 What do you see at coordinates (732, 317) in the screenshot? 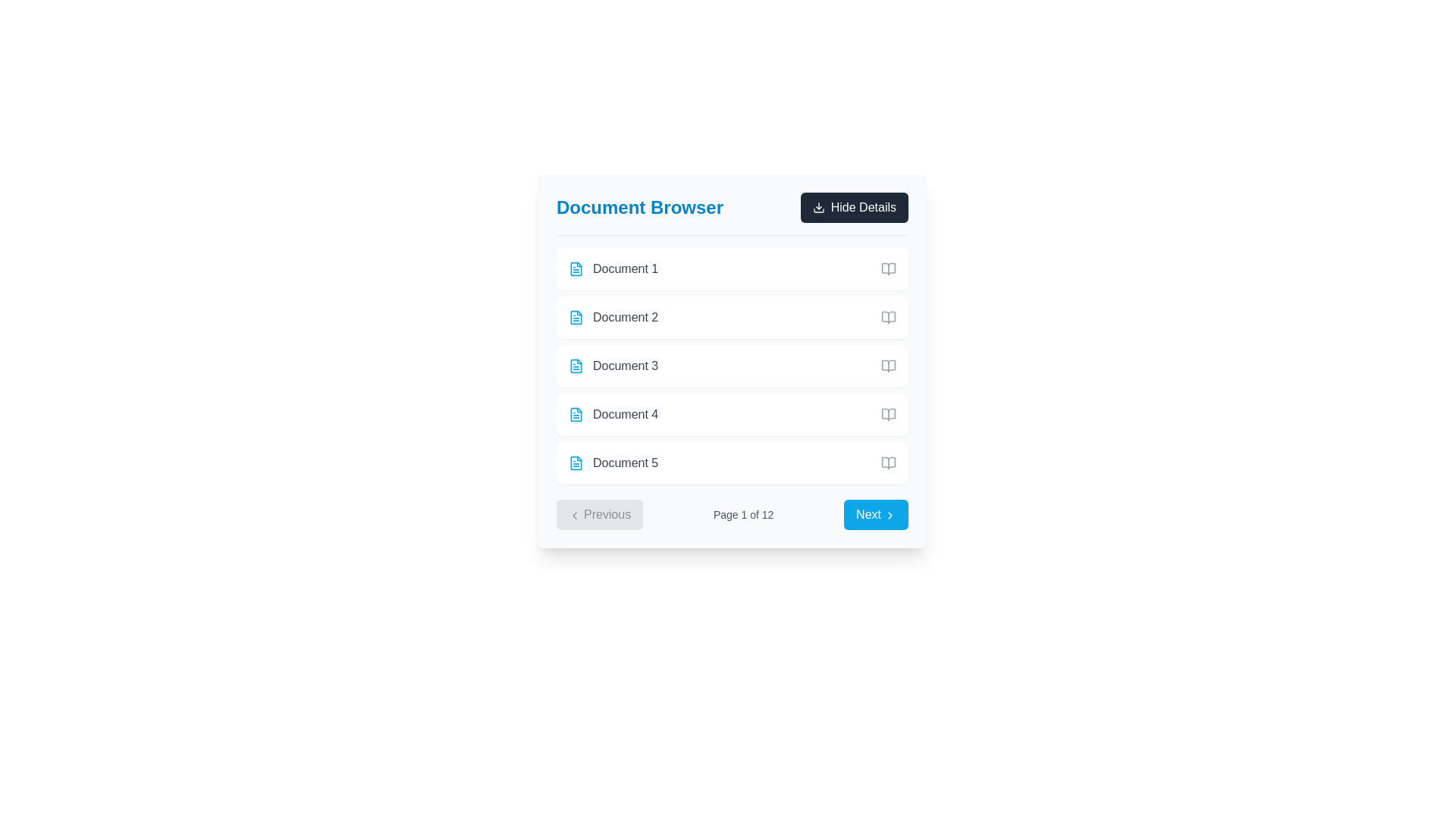
I see `the second document entry` at bounding box center [732, 317].